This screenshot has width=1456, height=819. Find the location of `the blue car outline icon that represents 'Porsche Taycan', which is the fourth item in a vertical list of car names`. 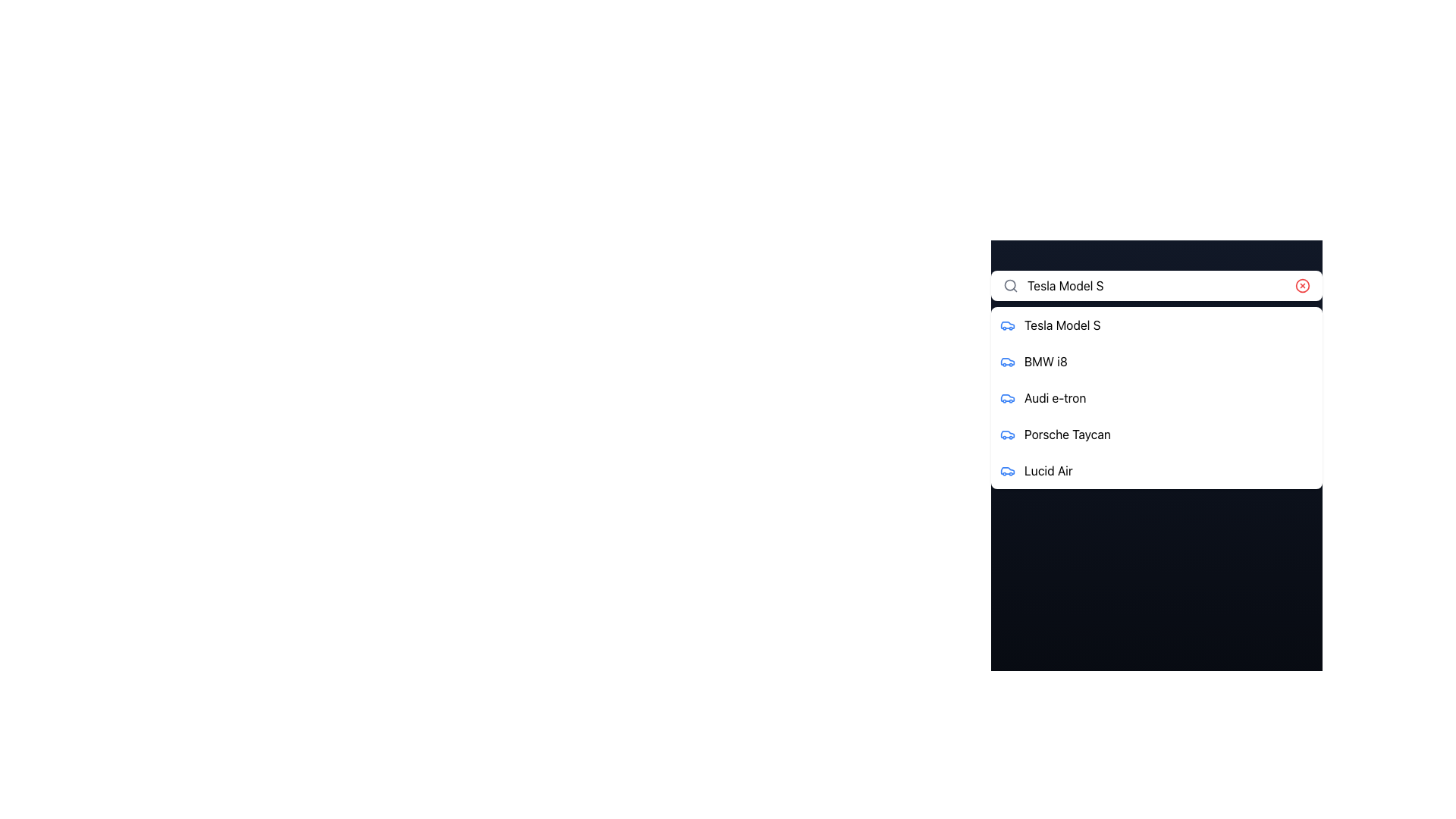

the blue car outline icon that represents 'Porsche Taycan', which is the fourth item in a vertical list of car names is located at coordinates (1008, 435).